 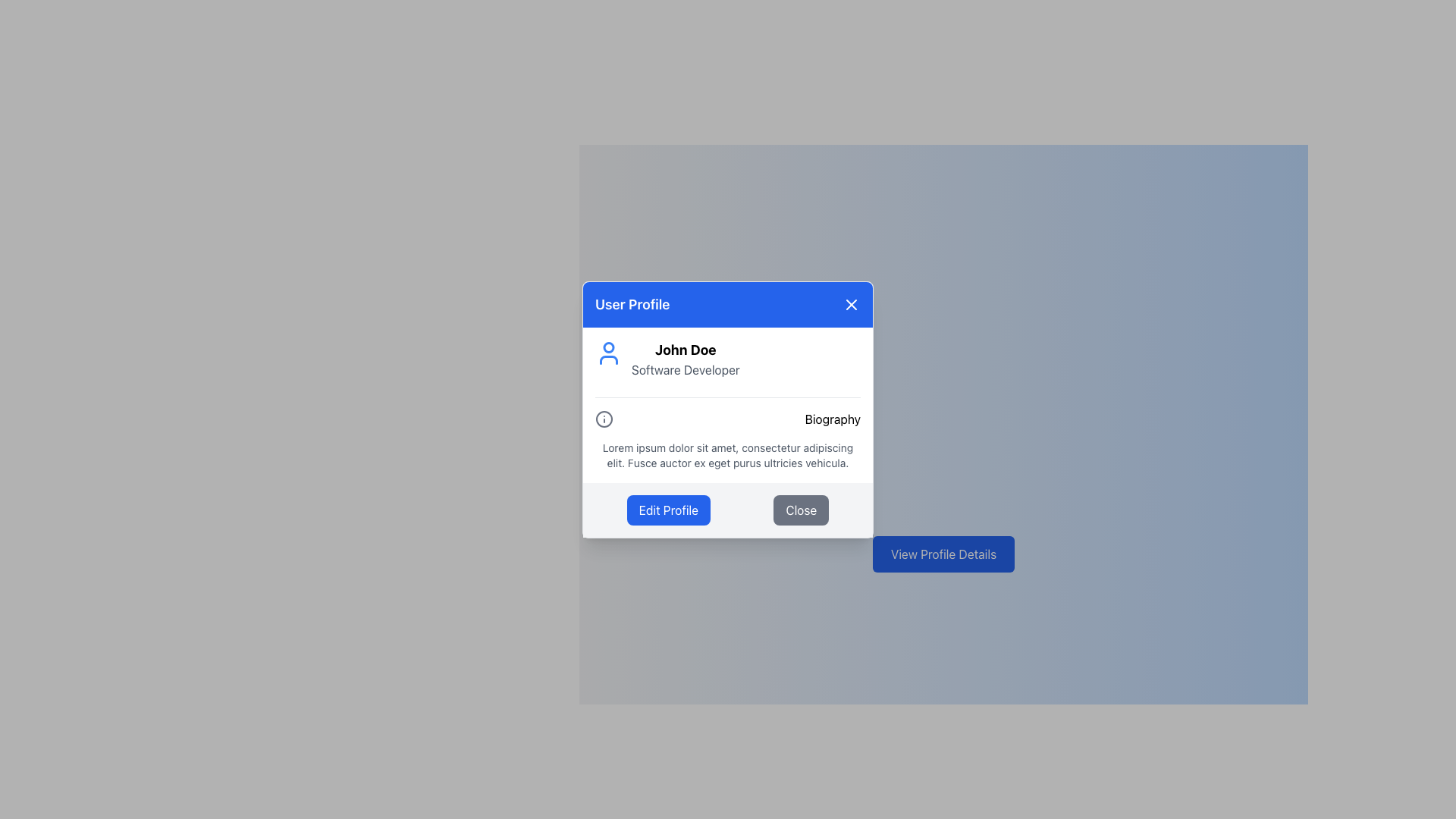 I want to click on the blue outline silhouette icon of a person that represents the user's profile, located to the left of the text 'John Doe', so click(x=608, y=353).